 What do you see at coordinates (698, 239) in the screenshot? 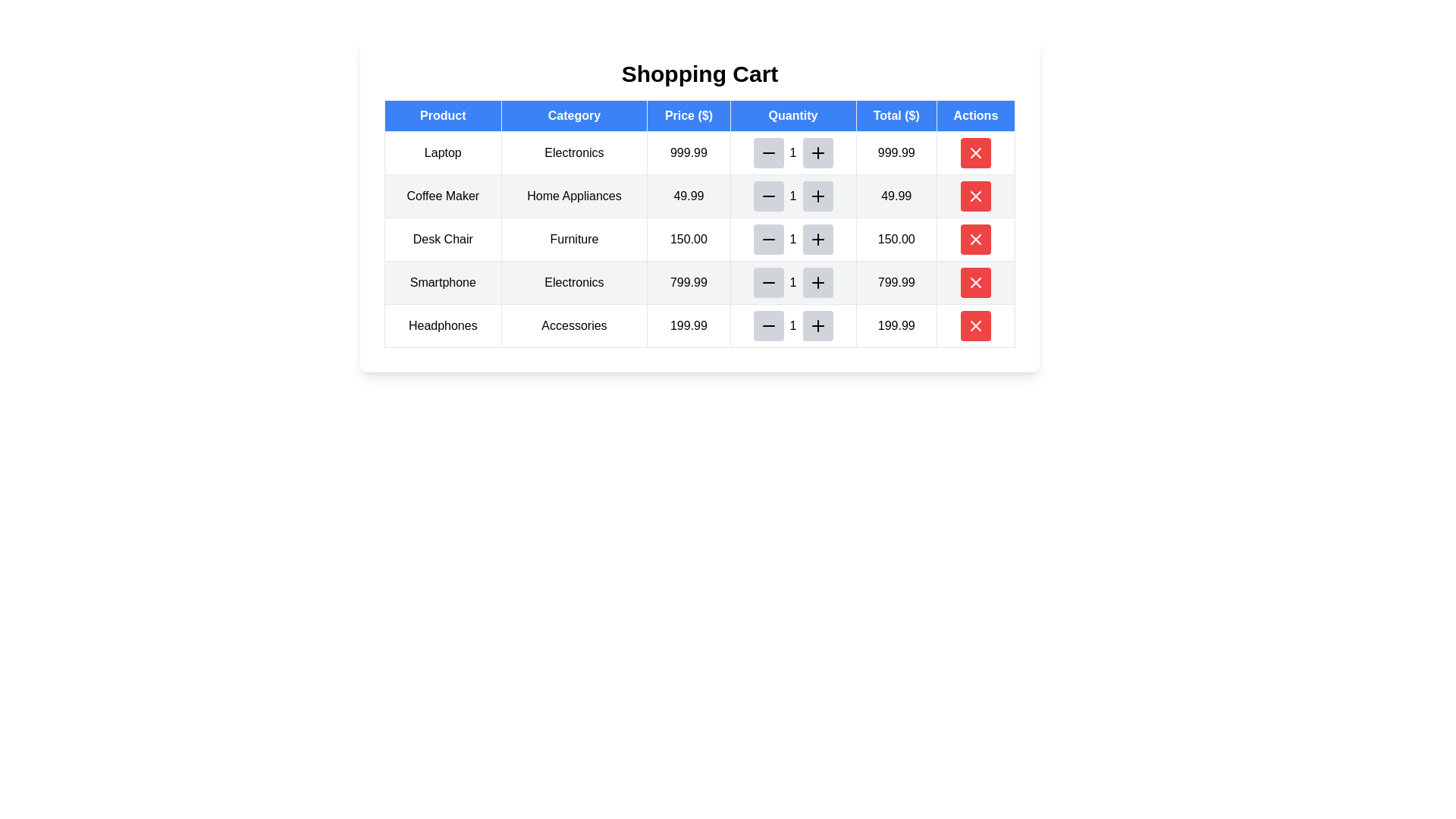
I see `the third row in the shopping cart table, which represents the product 'Desk Chair' and includes details like category, unit price, quantity, total price, and an option to remove it` at bounding box center [698, 239].